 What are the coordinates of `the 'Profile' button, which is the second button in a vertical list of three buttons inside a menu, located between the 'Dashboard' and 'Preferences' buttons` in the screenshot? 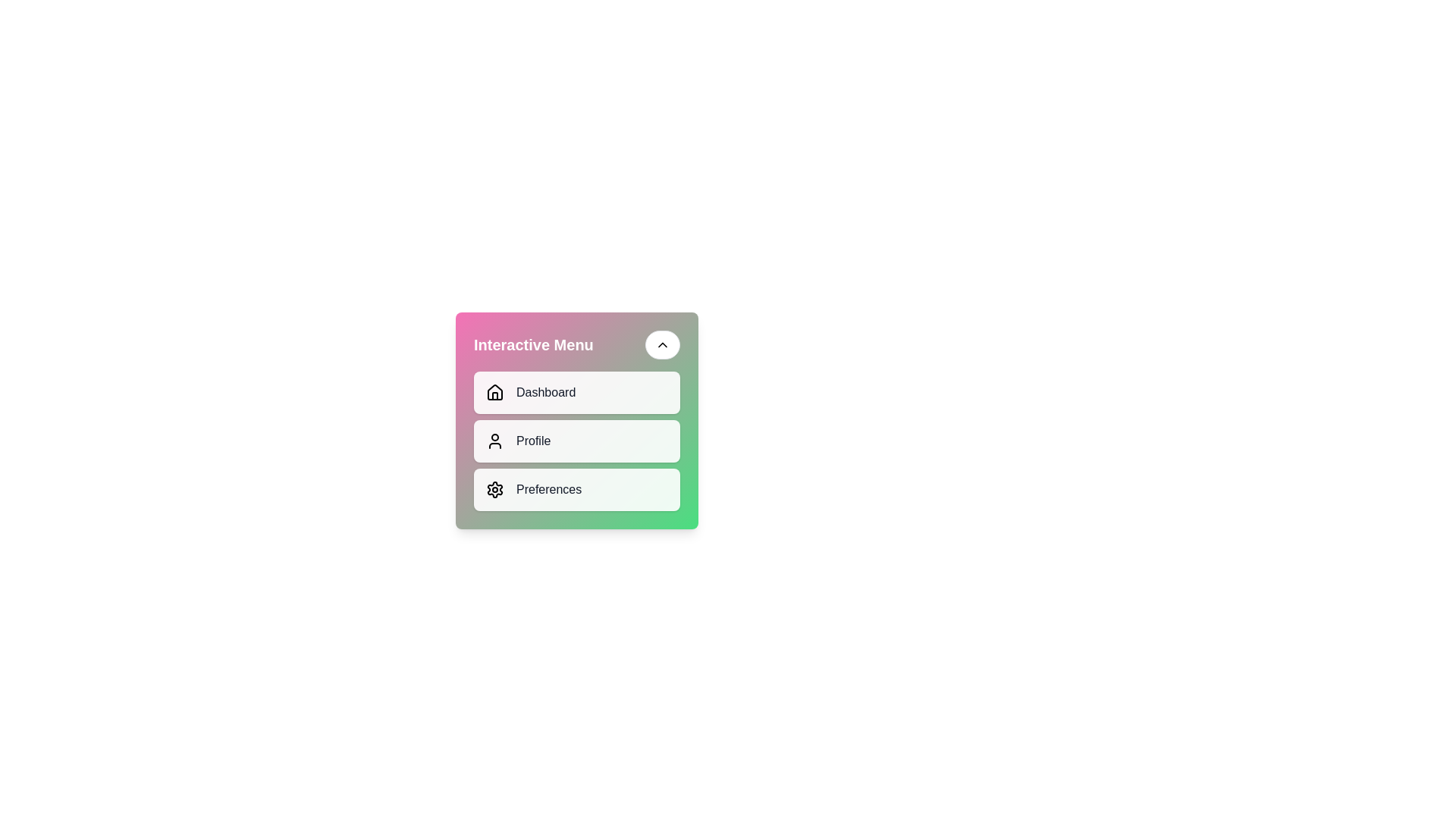 It's located at (576, 421).